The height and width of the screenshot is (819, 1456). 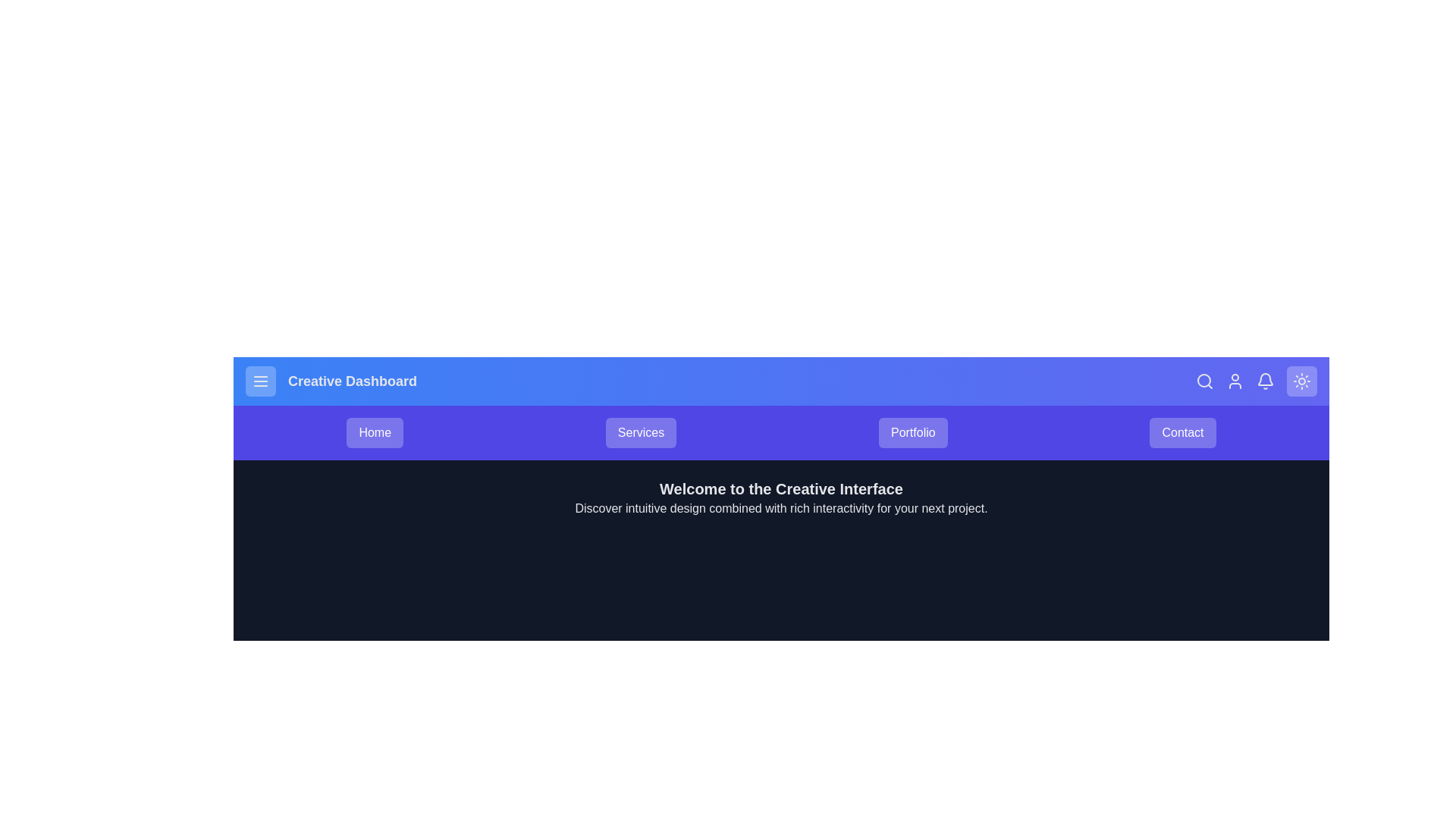 I want to click on the bell icon in the header, so click(x=1266, y=380).